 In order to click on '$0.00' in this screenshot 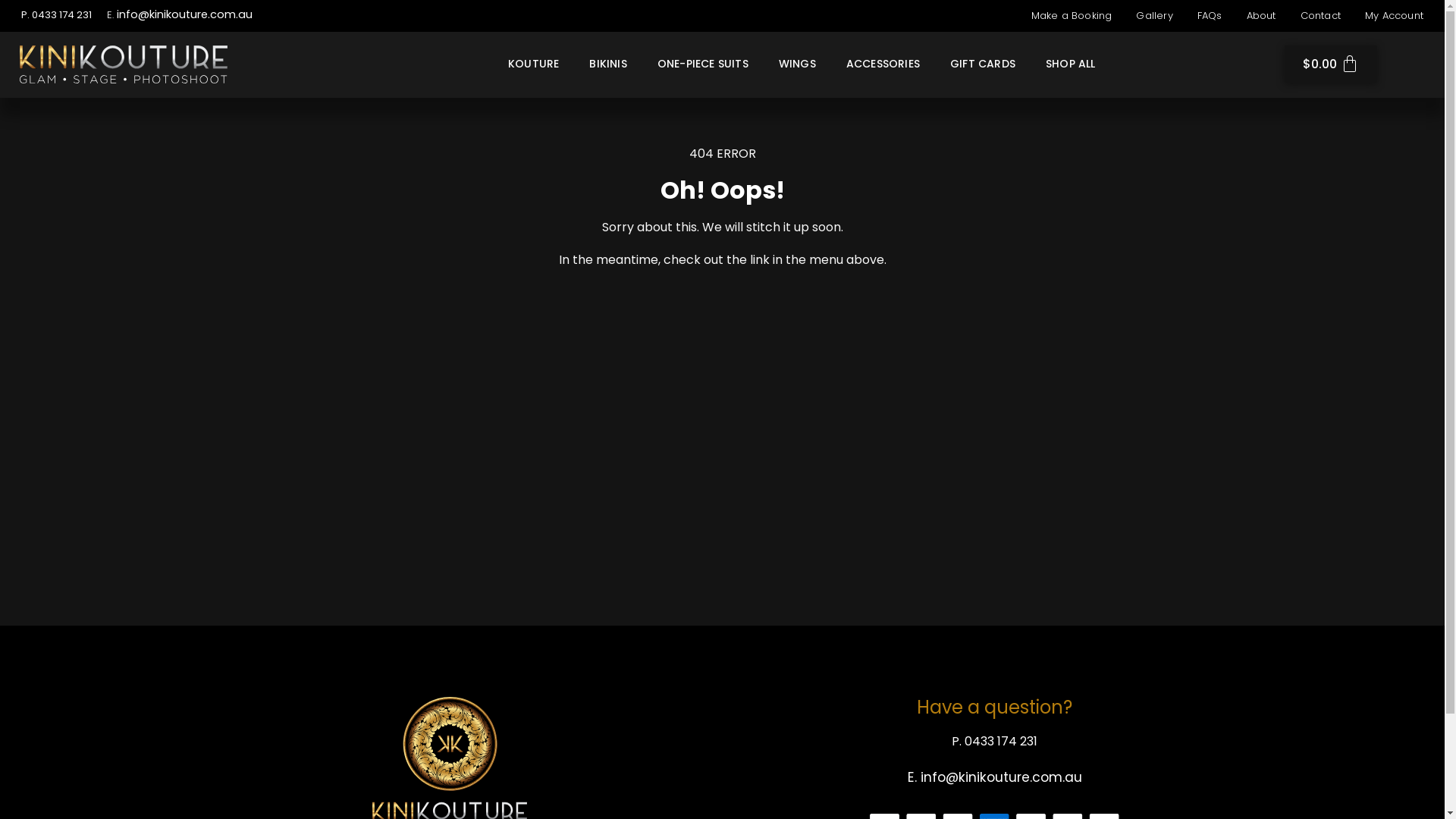, I will do `click(1330, 63)`.